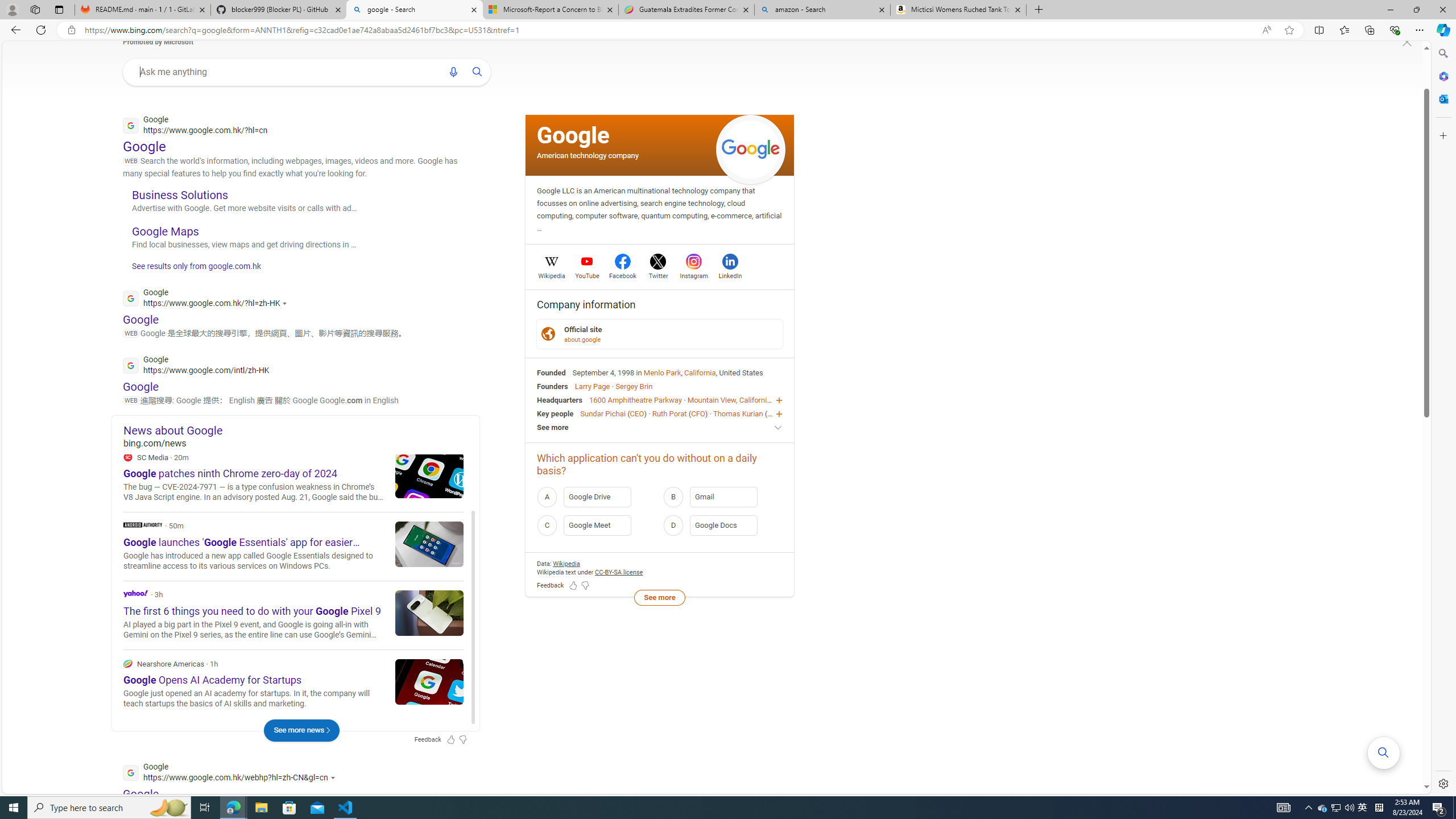  I want to click on 'google - Search', so click(415, 9).